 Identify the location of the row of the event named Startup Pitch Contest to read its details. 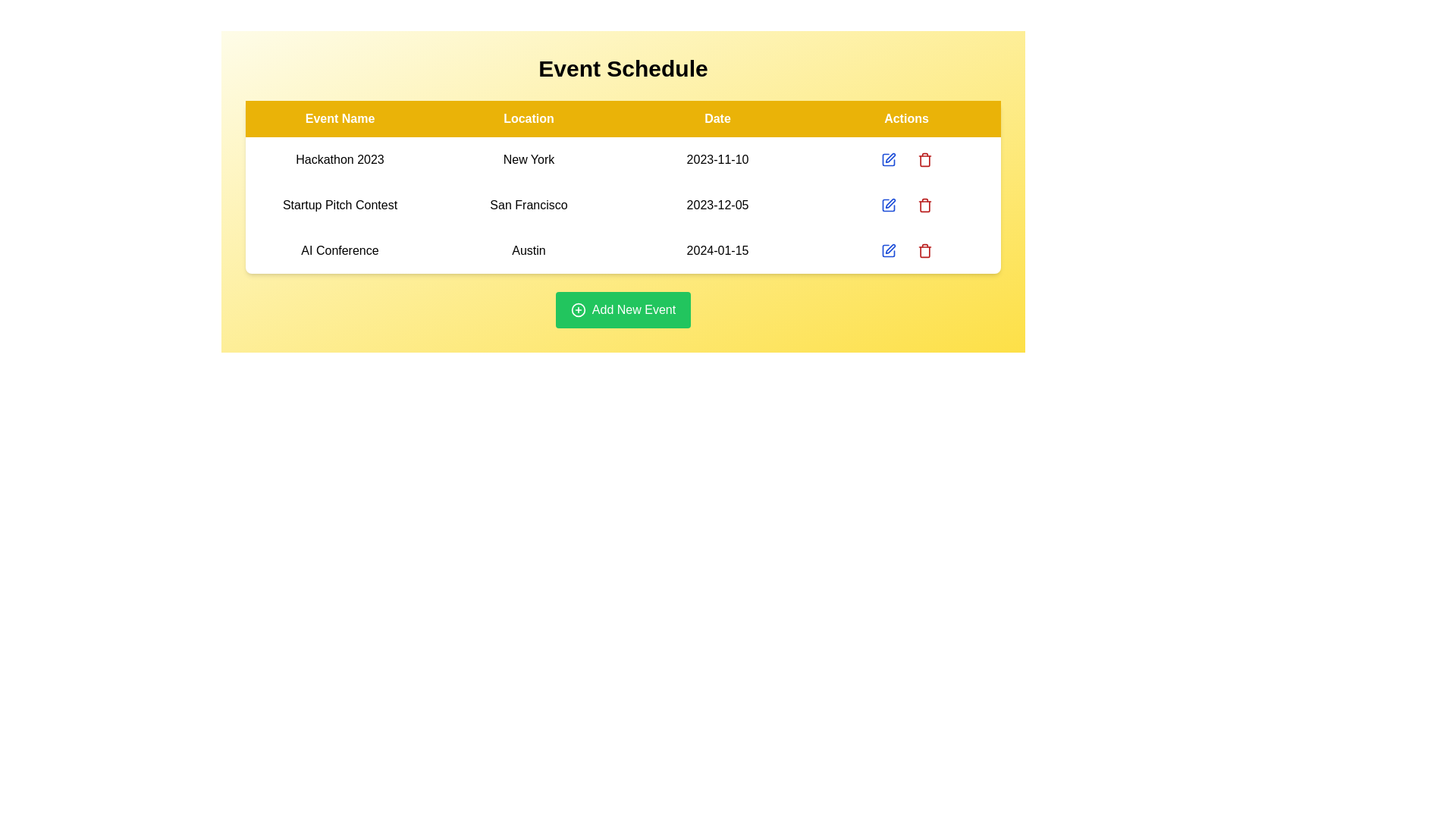
(339, 205).